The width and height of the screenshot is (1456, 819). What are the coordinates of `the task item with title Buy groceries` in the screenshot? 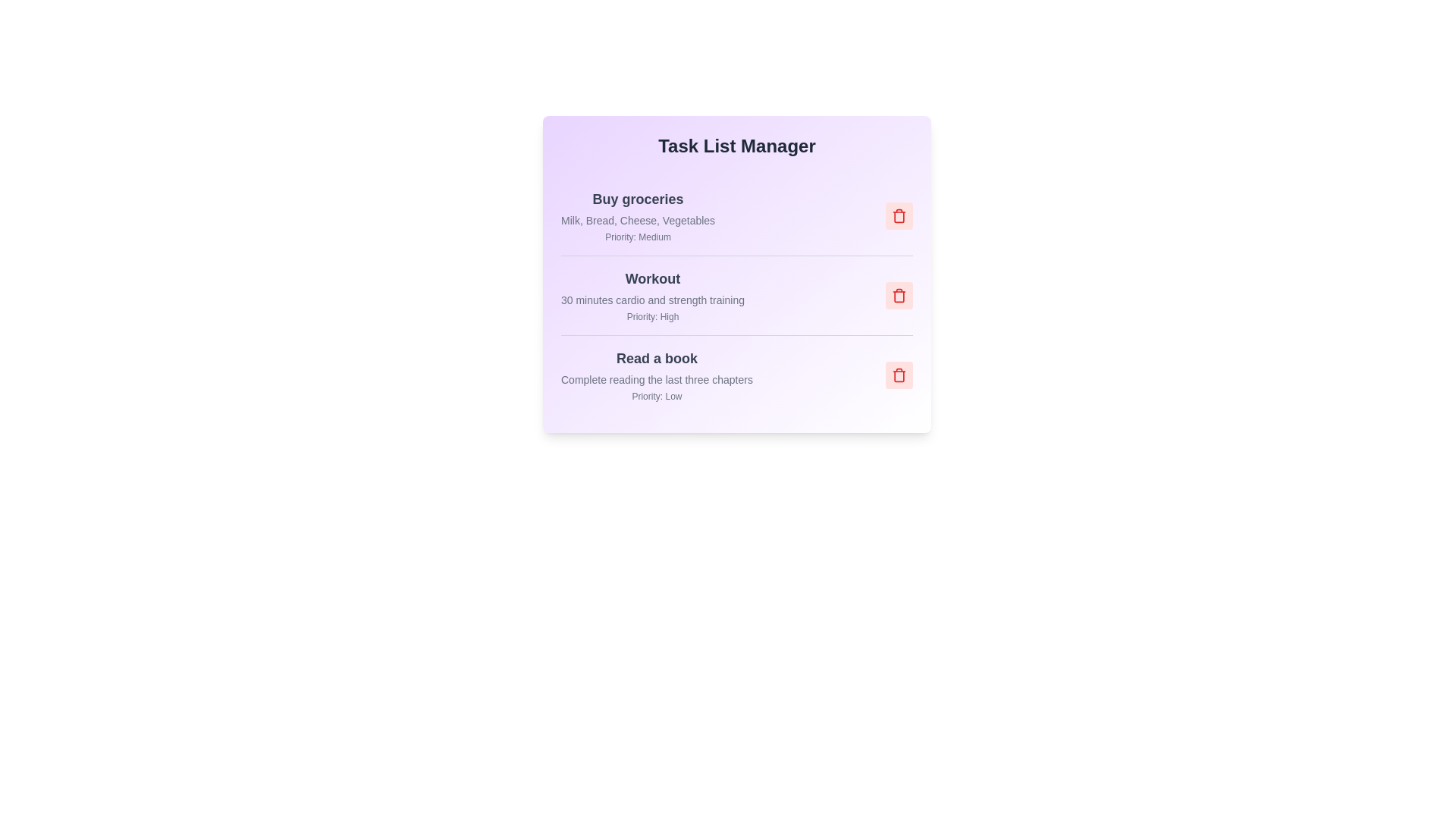 It's located at (638, 198).